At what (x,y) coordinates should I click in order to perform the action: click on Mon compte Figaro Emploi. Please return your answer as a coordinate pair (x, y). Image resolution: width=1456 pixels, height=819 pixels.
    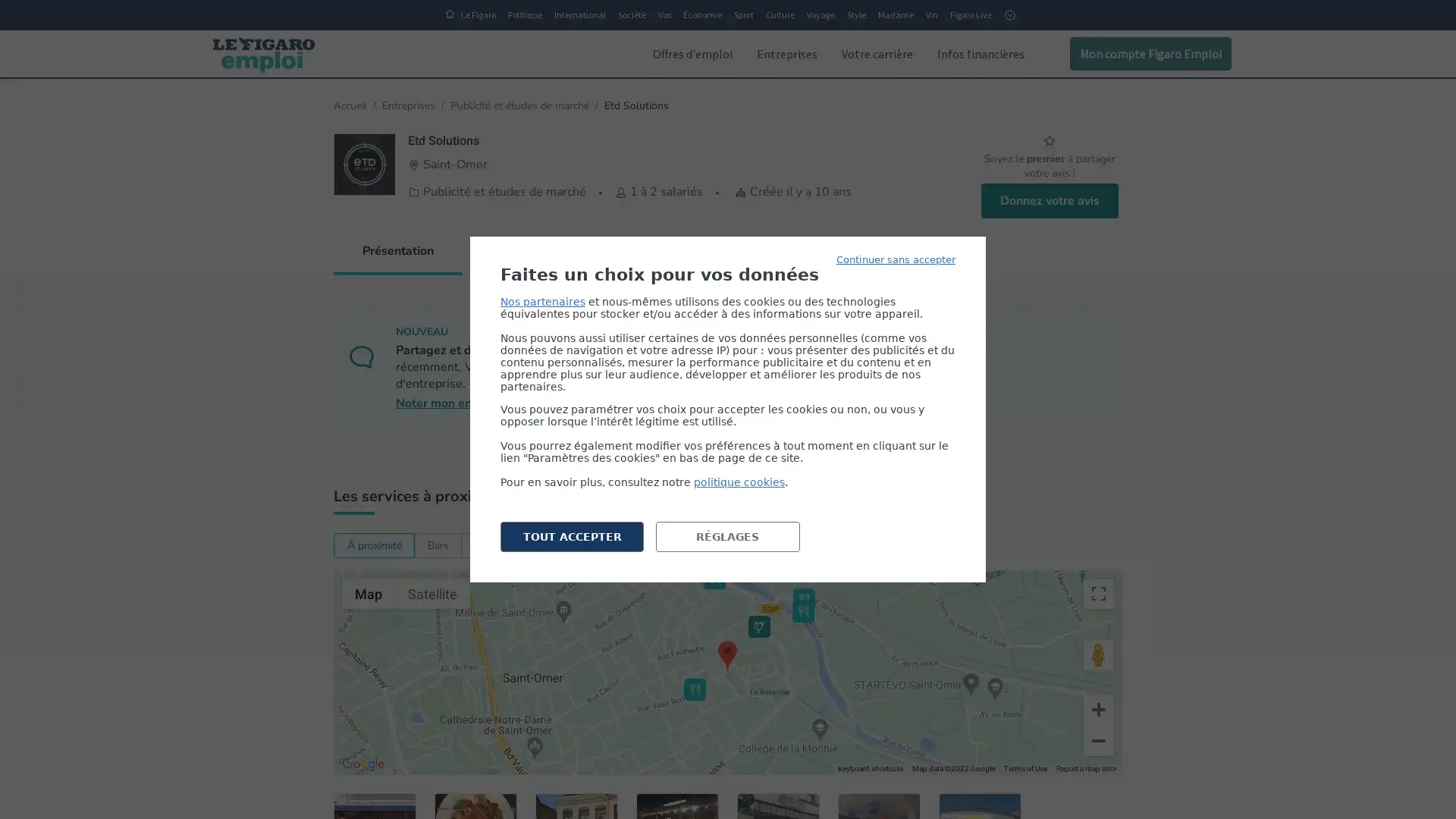
    Looking at the image, I should click on (1150, 52).